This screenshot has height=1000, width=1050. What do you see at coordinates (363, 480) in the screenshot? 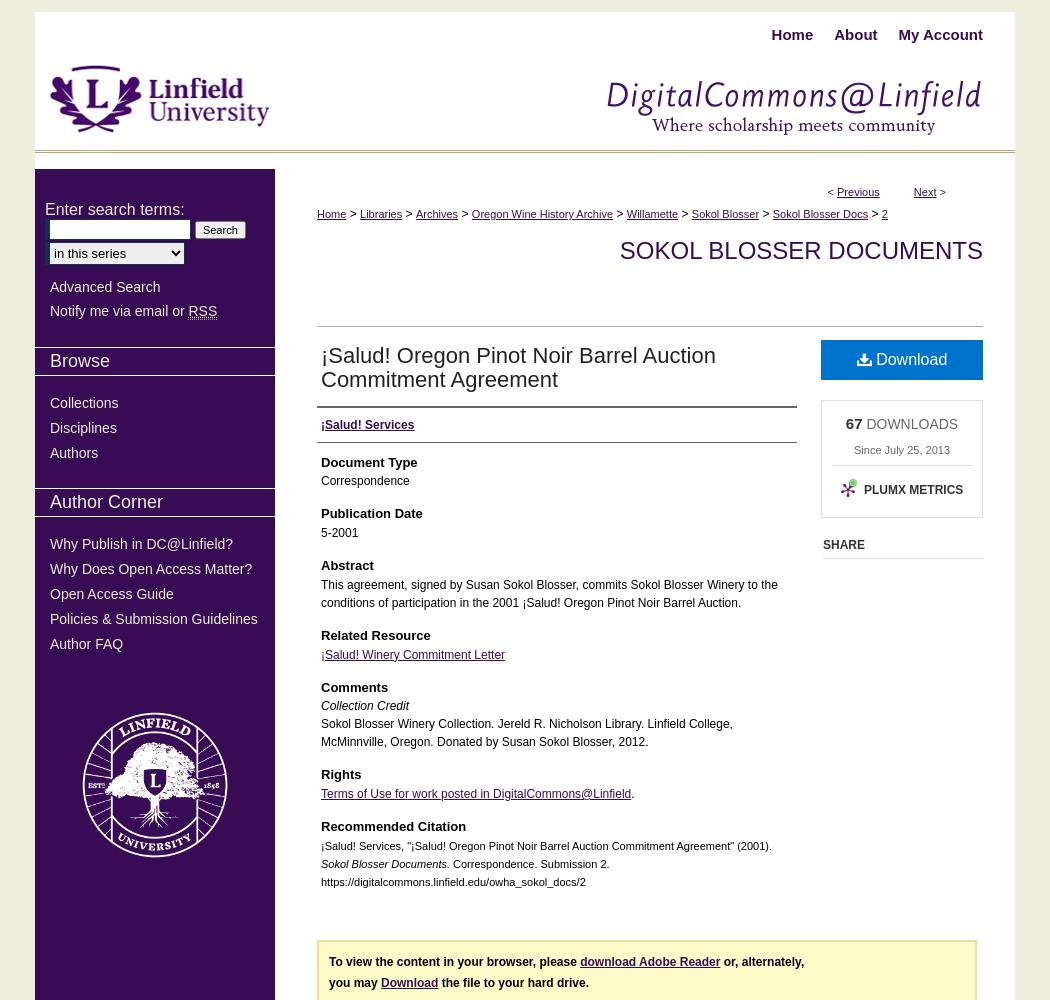
I see `'Correspondence'` at bounding box center [363, 480].